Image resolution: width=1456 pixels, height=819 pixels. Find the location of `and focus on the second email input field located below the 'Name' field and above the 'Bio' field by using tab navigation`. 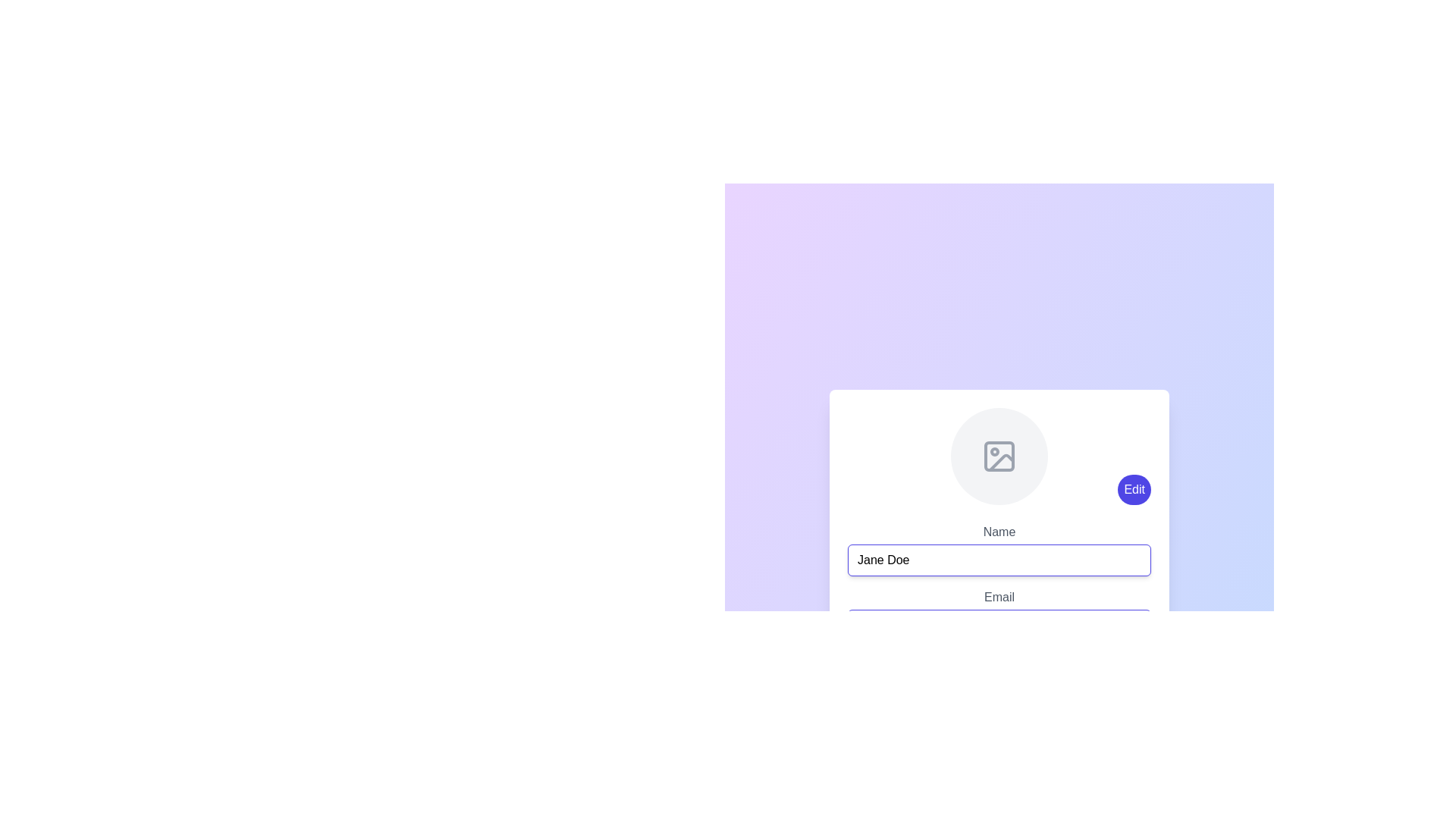

and focus on the second email input field located below the 'Name' field and above the 'Bio' field by using tab navigation is located at coordinates (999, 614).